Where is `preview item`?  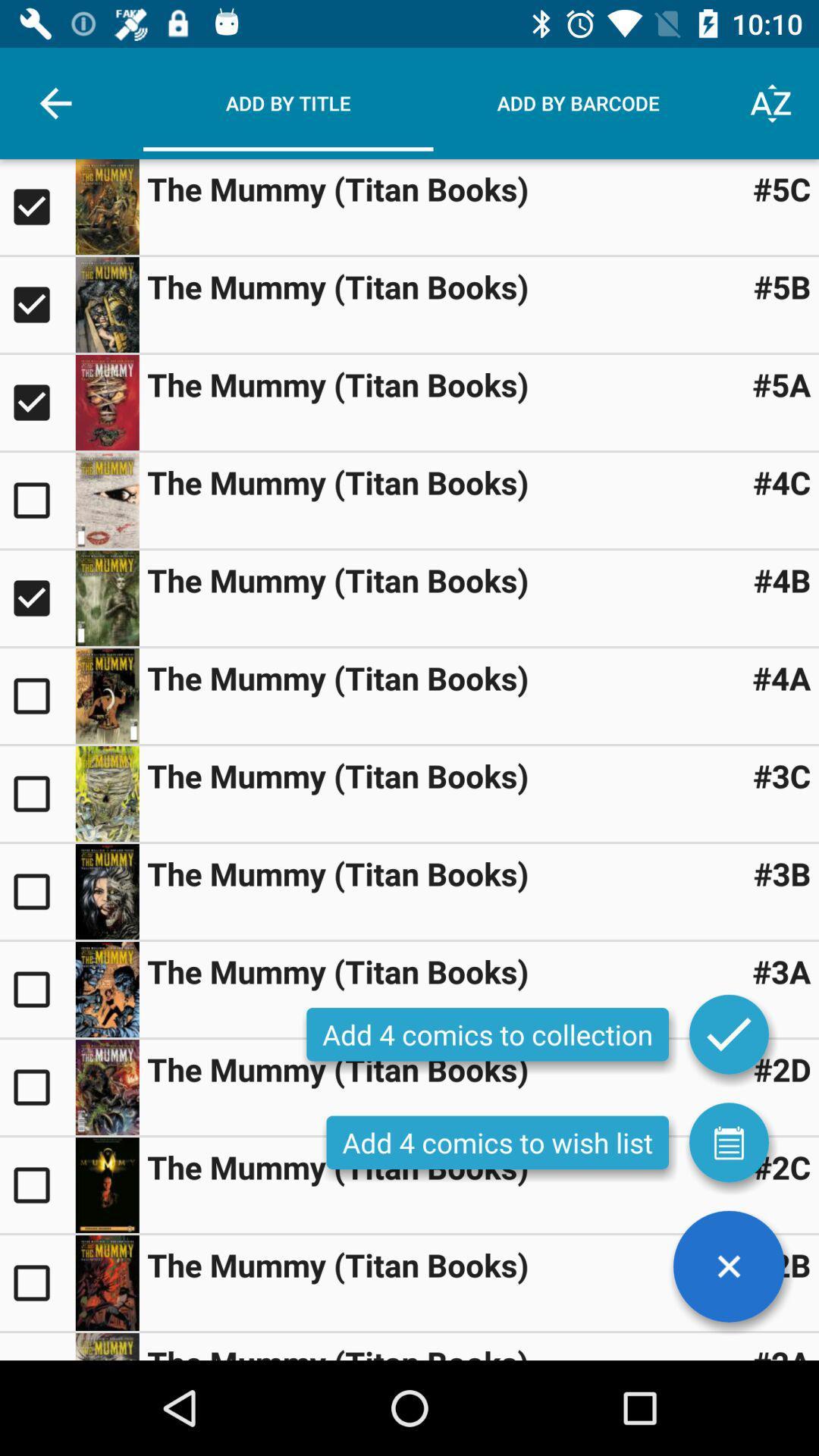 preview item is located at coordinates (106, 792).